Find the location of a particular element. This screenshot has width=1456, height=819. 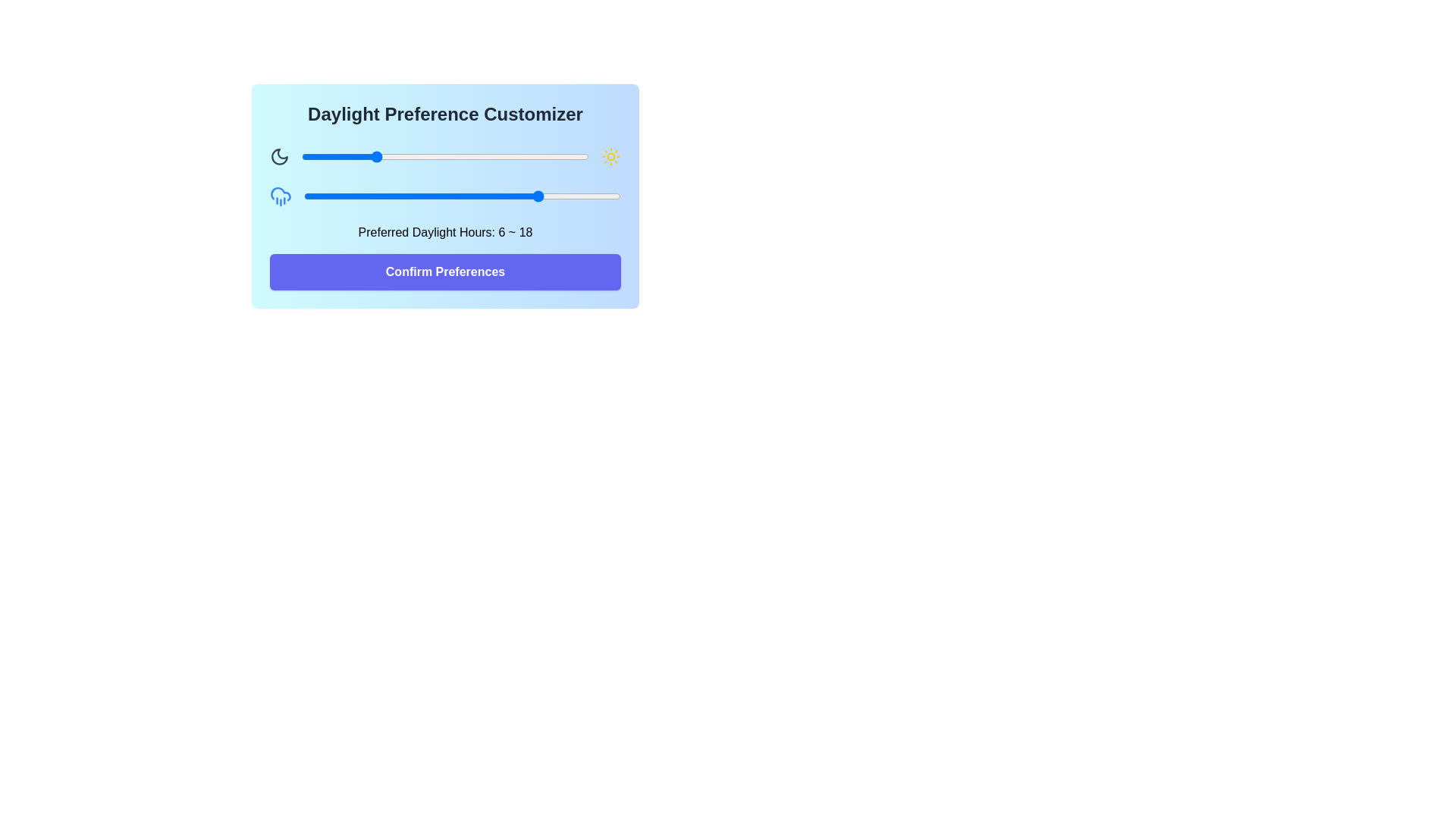

the daylight preference is located at coordinates (337, 157).